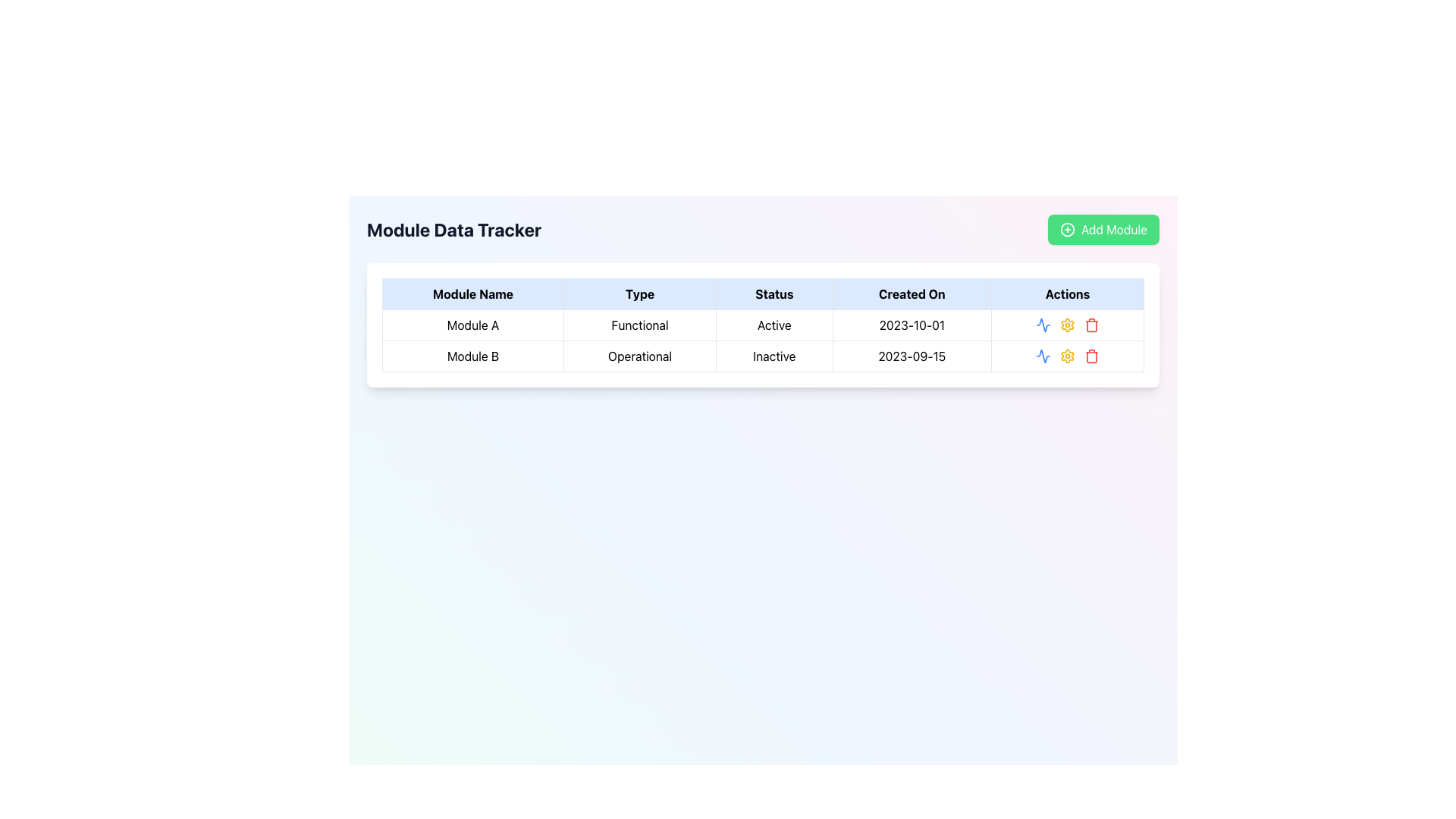 The height and width of the screenshot is (819, 1456). What do you see at coordinates (1066, 324) in the screenshot?
I see `the blank area in the 'Actions' column of the first row labeled 'Module A' in the 'Module Data Tracker' table` at bounding box center [1066, 324].